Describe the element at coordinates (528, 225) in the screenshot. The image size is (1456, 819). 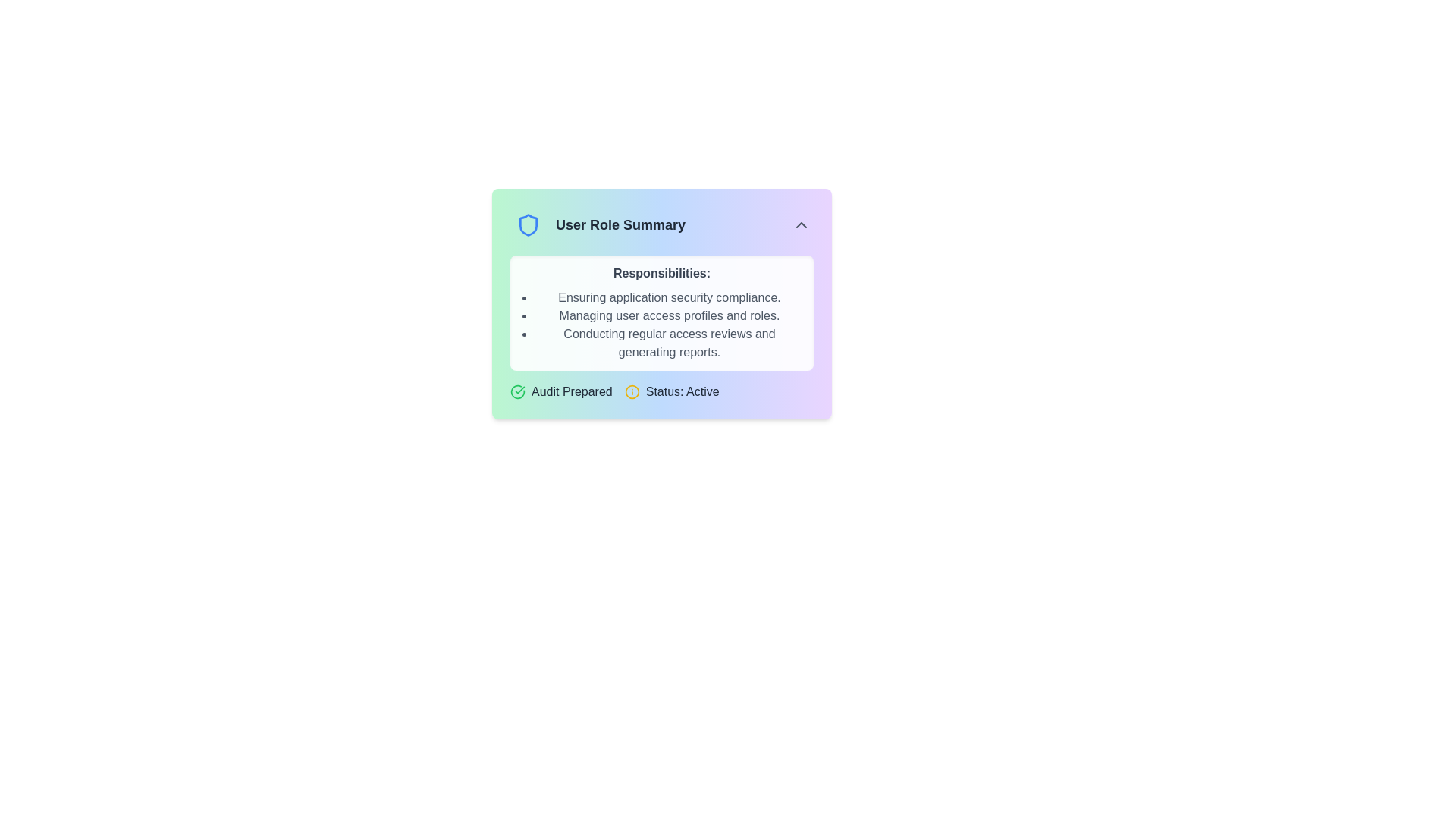
I see `the stylized shield icon outlined in blue, located within a light blue circular background, adjacent to the 'User Role Summary' heading` at that location.